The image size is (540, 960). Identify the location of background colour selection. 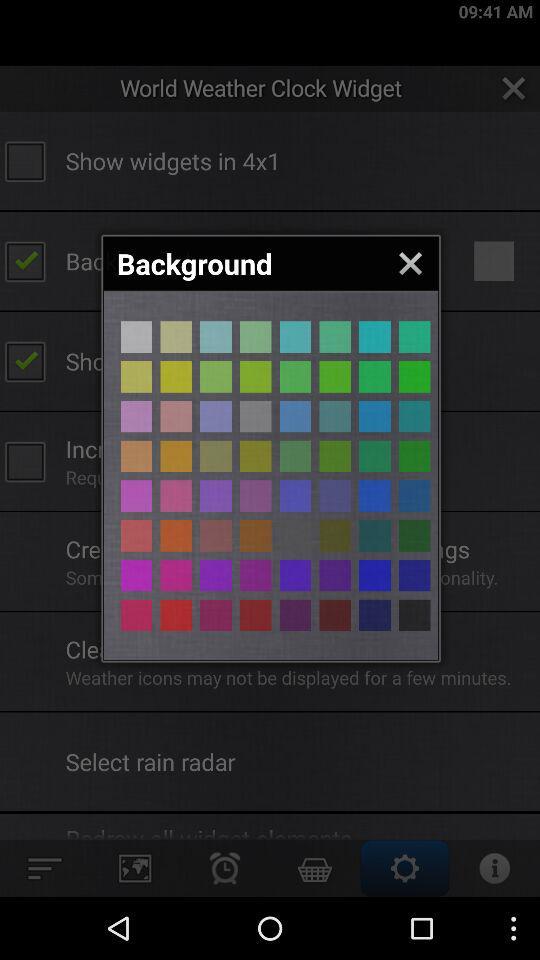
(294, 456).